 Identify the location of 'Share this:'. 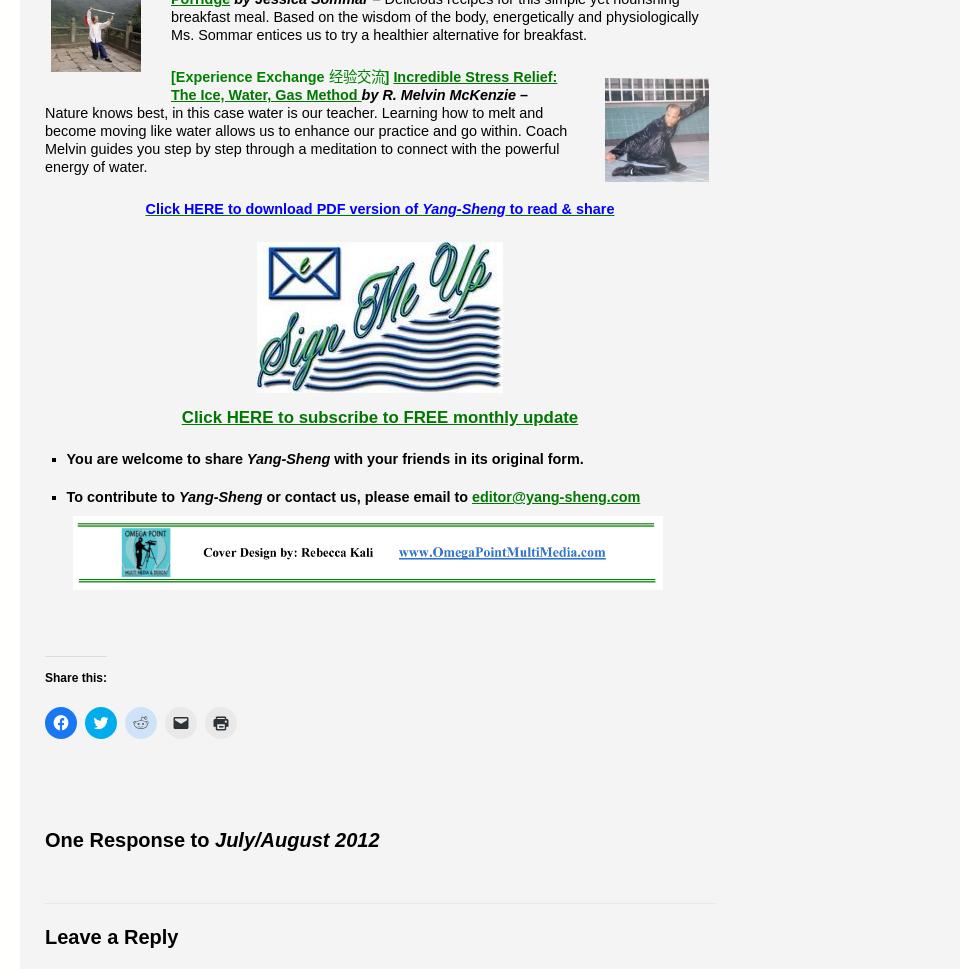
(44, 677).